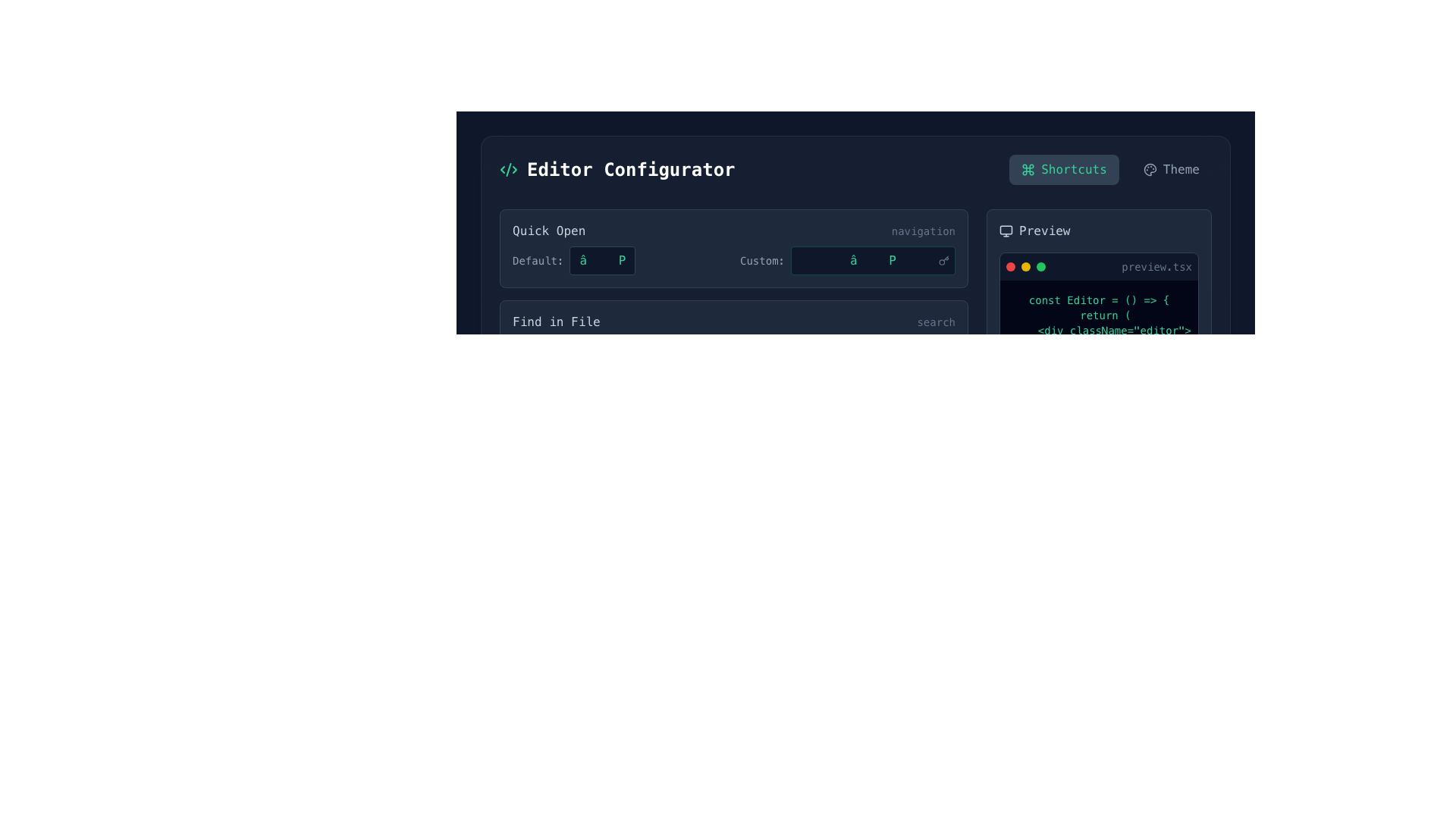 The image size is (1456, 819). I want to click on the decorative element within the 'Shortcuts' button, which is located near the upper-right corner adjacent to the 'Theme' button, so click(1028, 169).